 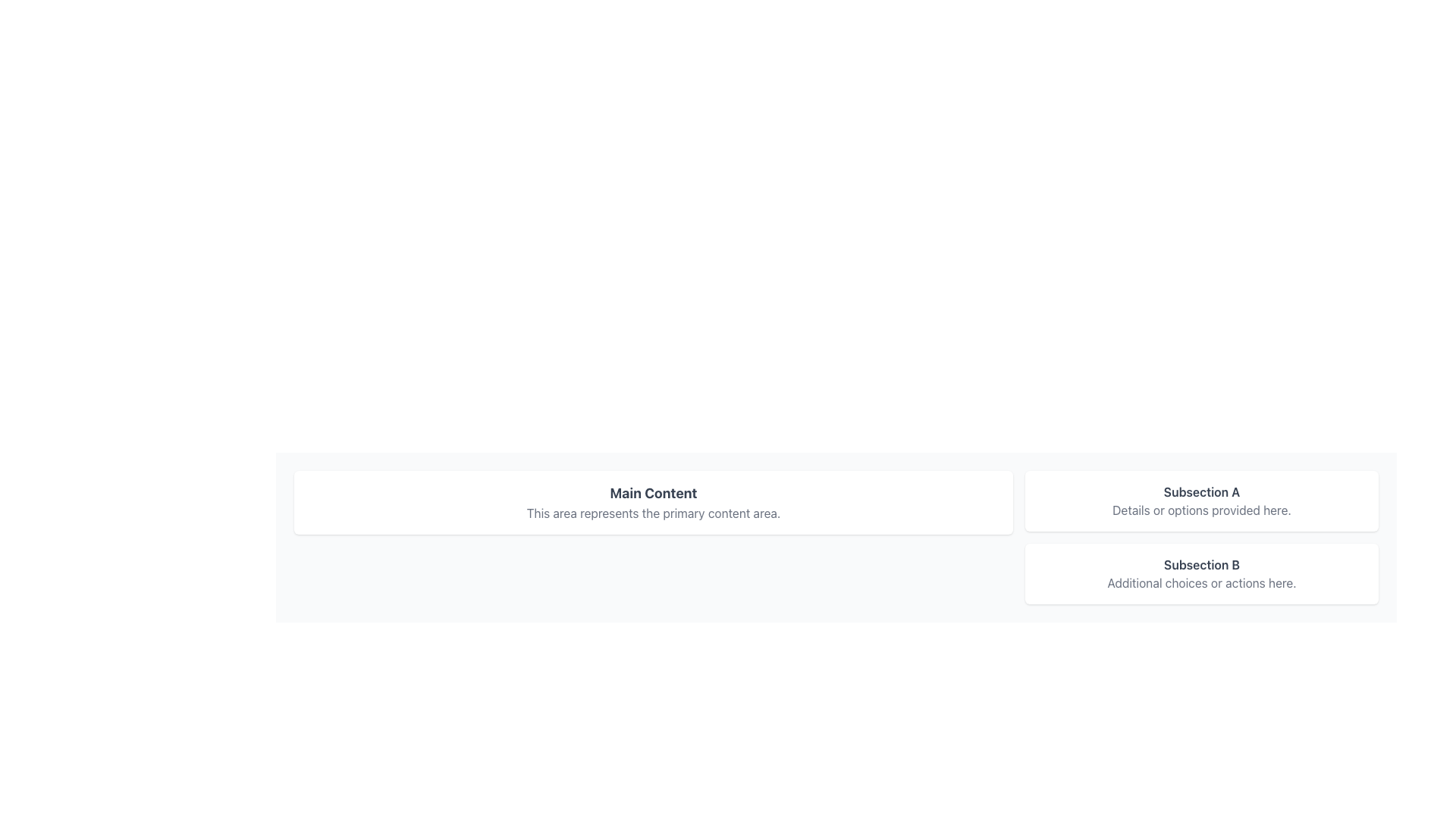 What do you see at coordinates (654, 513) in the screenshot?
I see `the text component that reads 'This area represents the primary content area', which is styled in light gray and located directly beneath the 'Main Content' heading` at bounding box center [654, 513].